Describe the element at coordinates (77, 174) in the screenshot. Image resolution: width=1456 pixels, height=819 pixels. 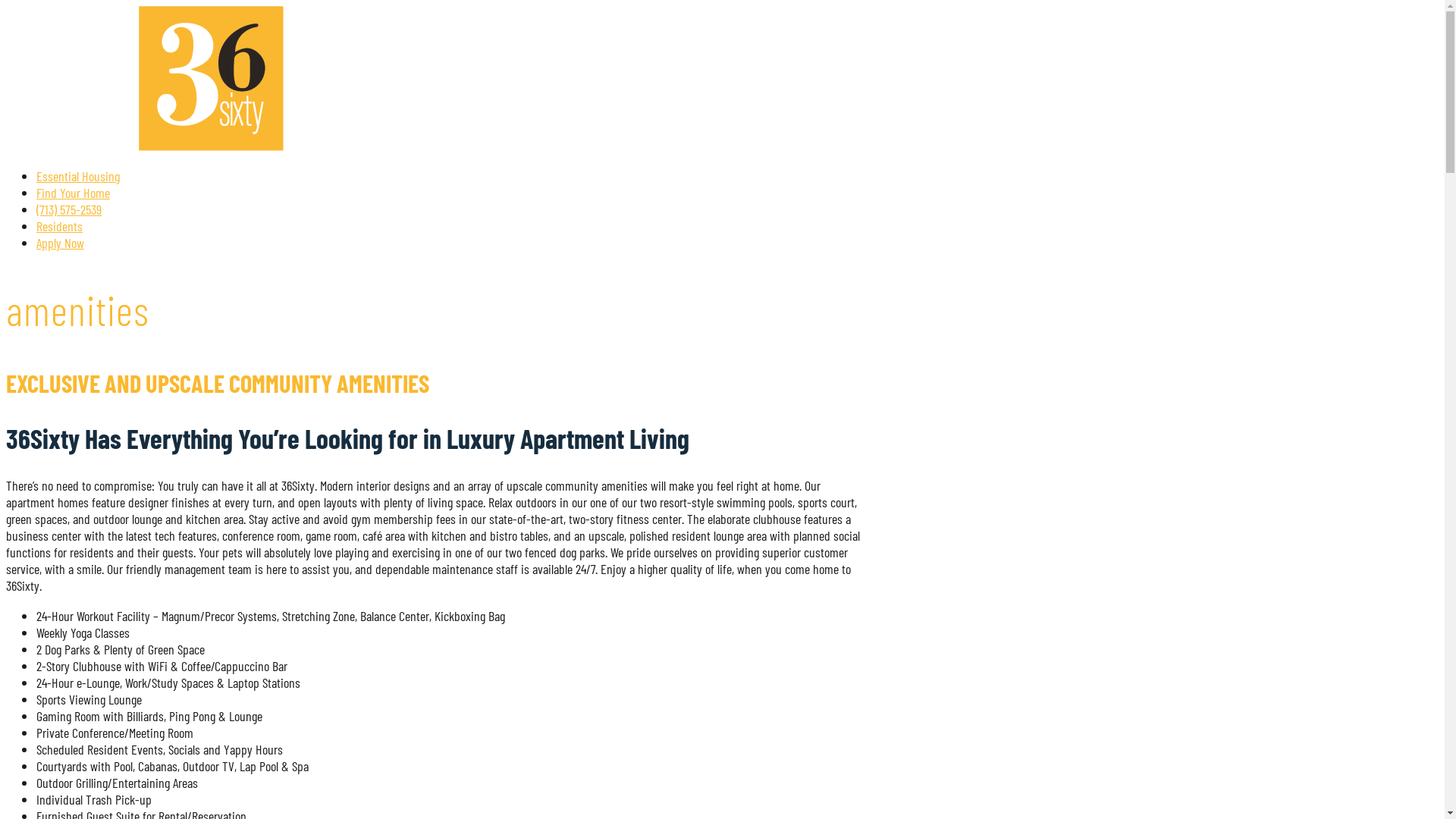
I see `'Essential Housing'` at that location.